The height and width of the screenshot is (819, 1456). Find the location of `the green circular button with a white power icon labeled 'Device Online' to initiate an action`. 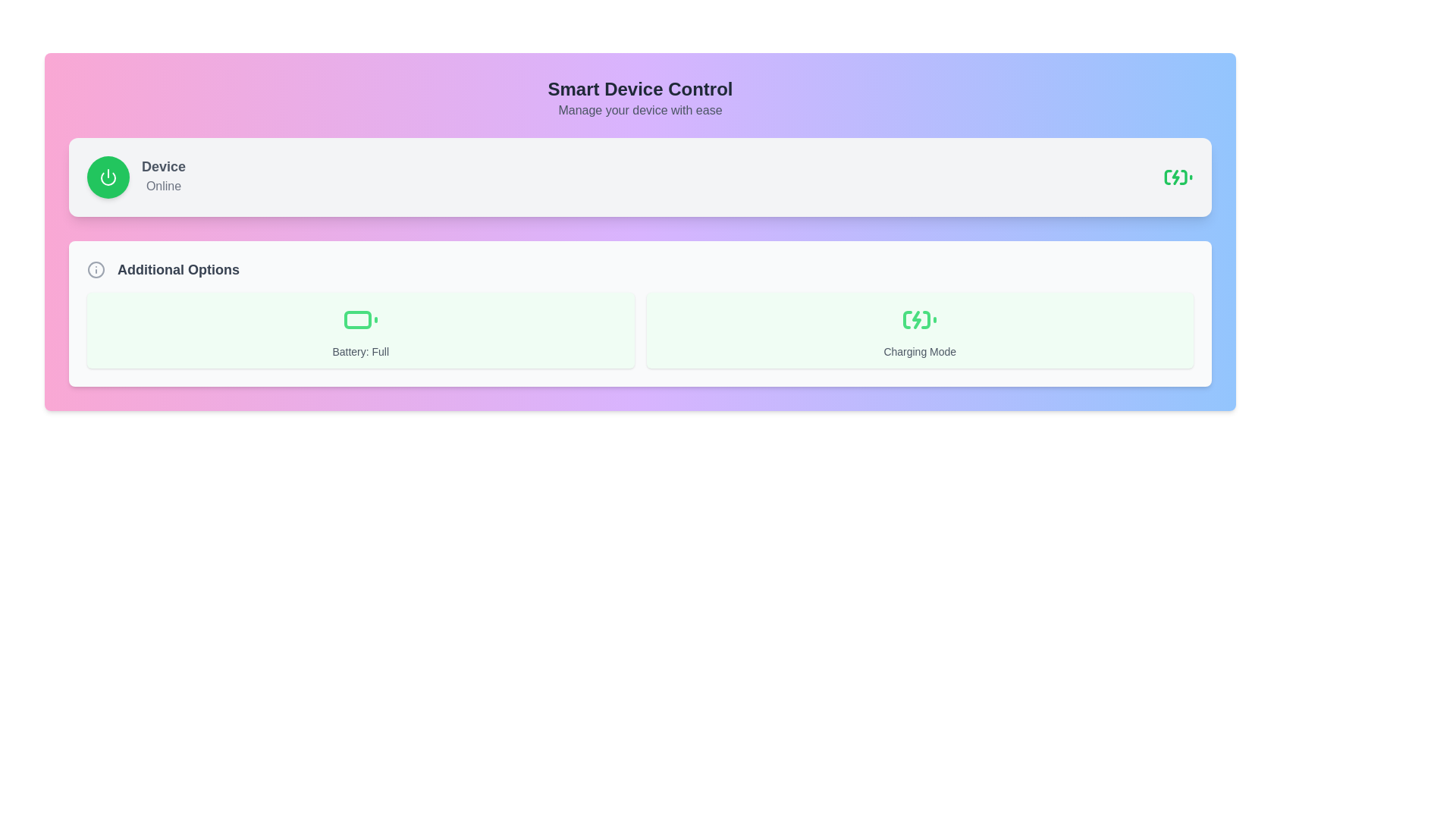

the green circular button with a white power icon labeled 'Device Online' to initiate an action is located at coordinates (136, 177).